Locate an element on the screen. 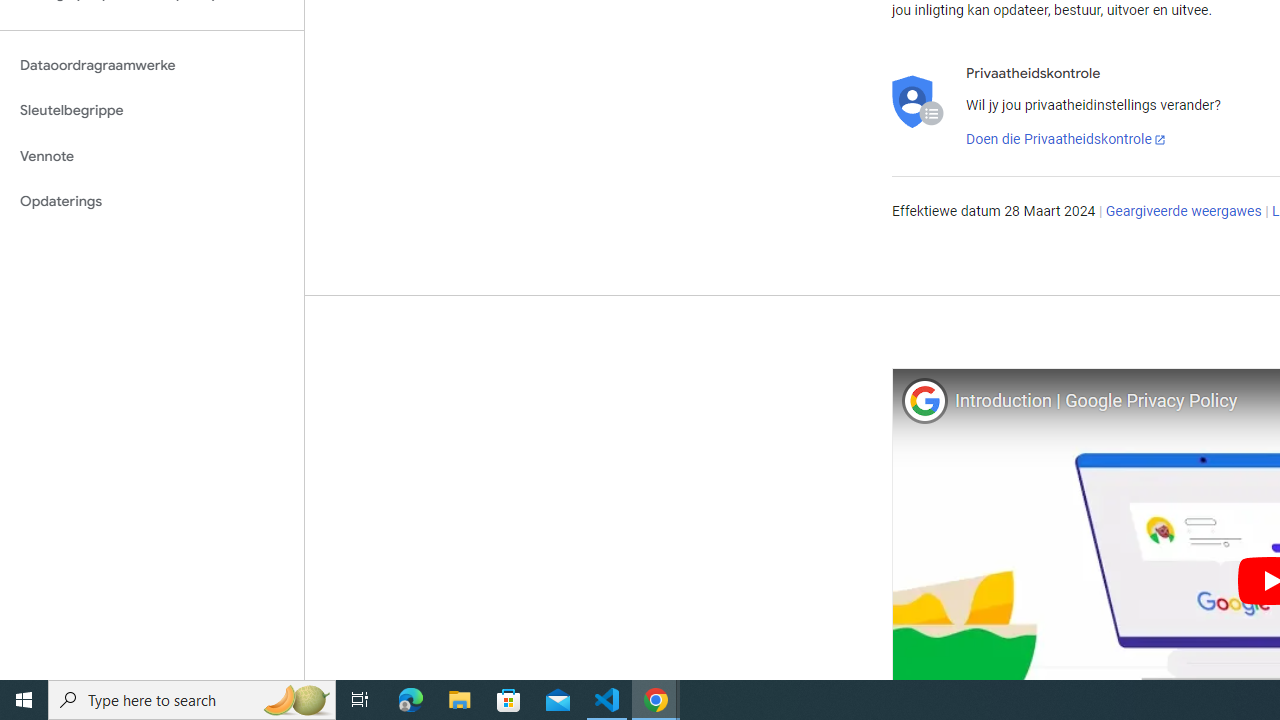 This screenshot has width=1280, height=720. 'Opdaterings' is located at coordinates (151, 201).